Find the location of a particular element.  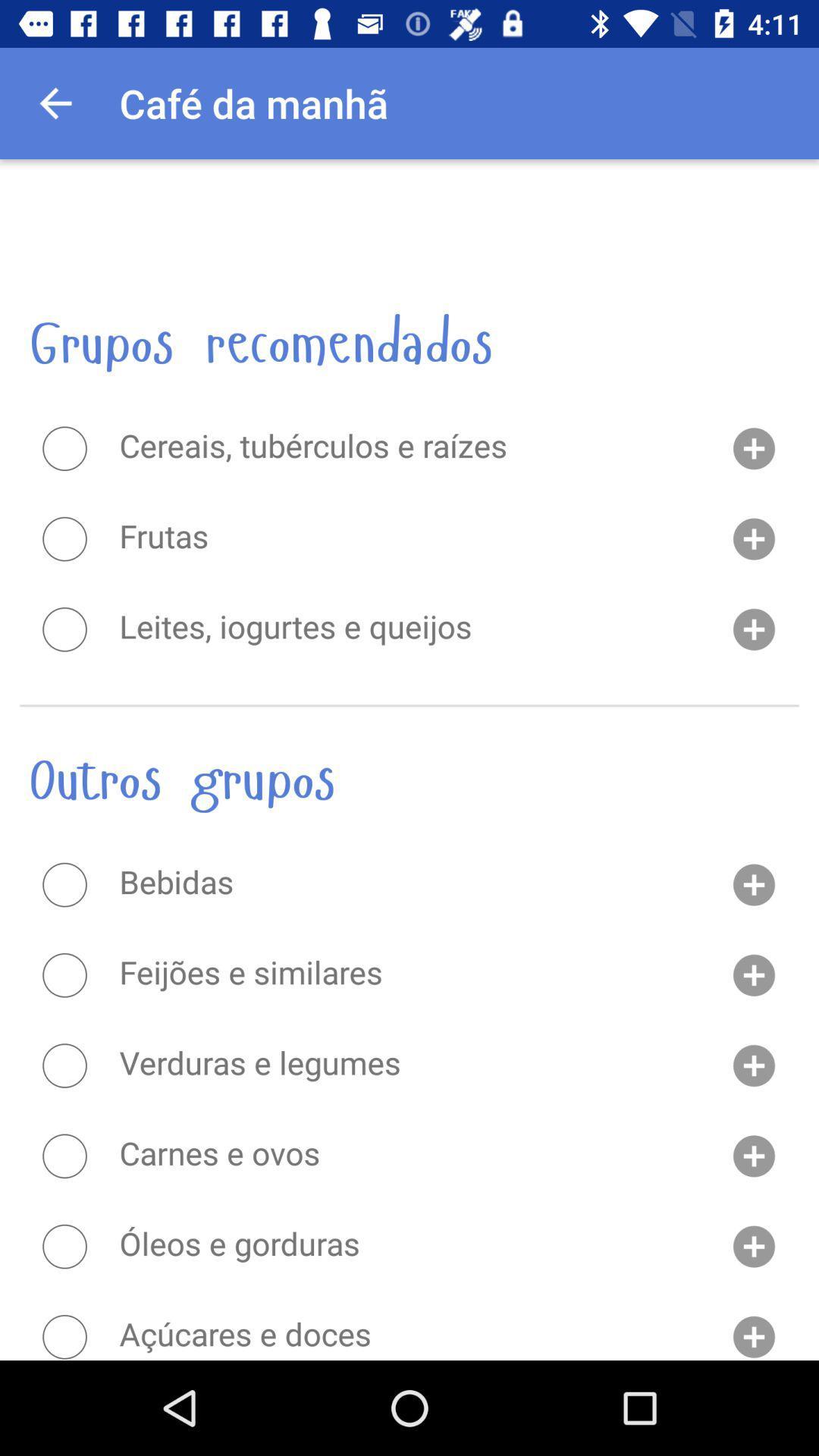

click group is located at coordinates (64, 629).